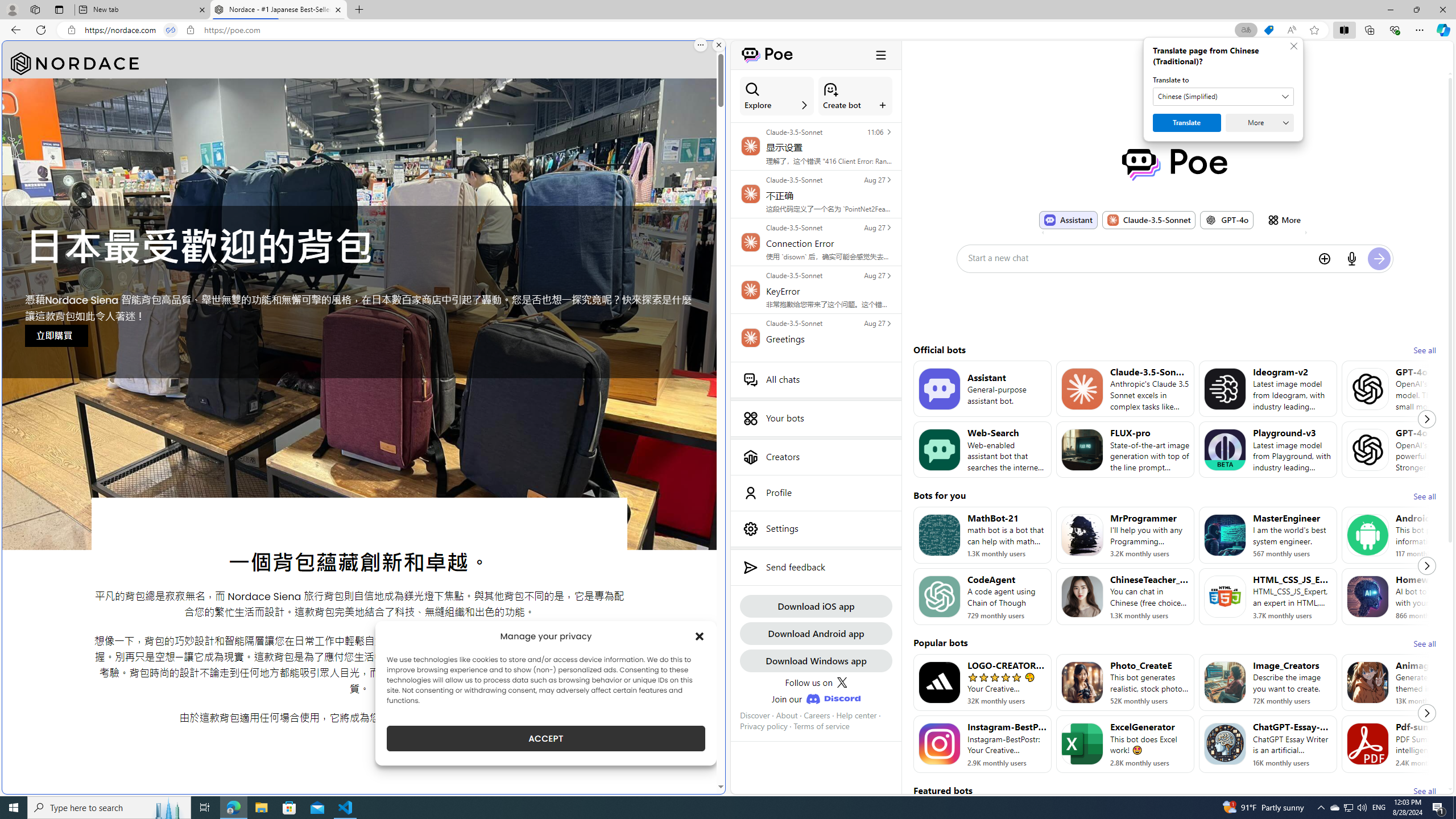 The image size is (1456, 819). I want to click on 'More', so click(1284, 220).